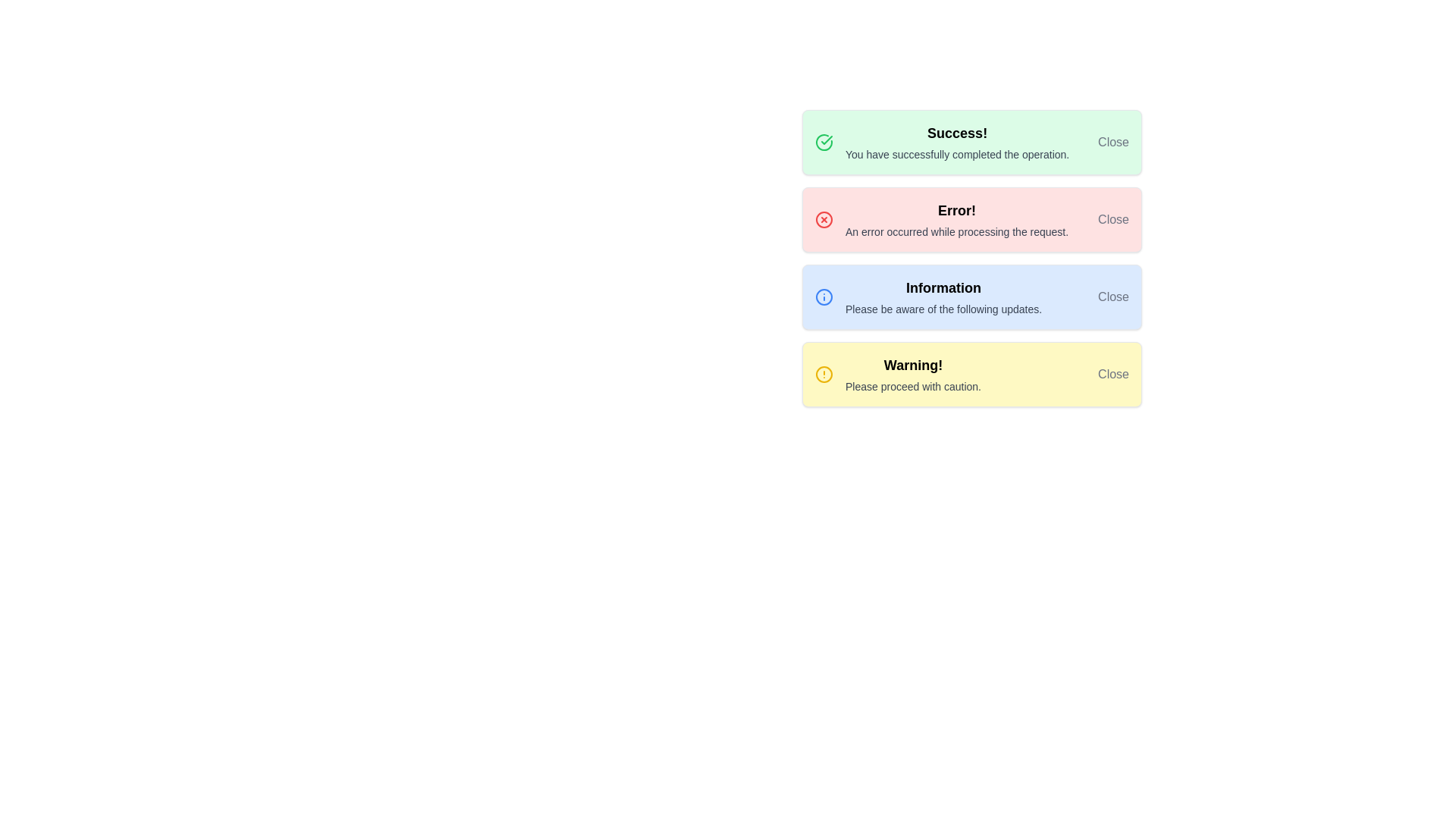 The width and height of the screenshot is (1456, 819). I want to click on the 'Information' text label located at the top of the blue notification card in the third notification section, which helps distinguish different types of alerts, so click(943, 288).